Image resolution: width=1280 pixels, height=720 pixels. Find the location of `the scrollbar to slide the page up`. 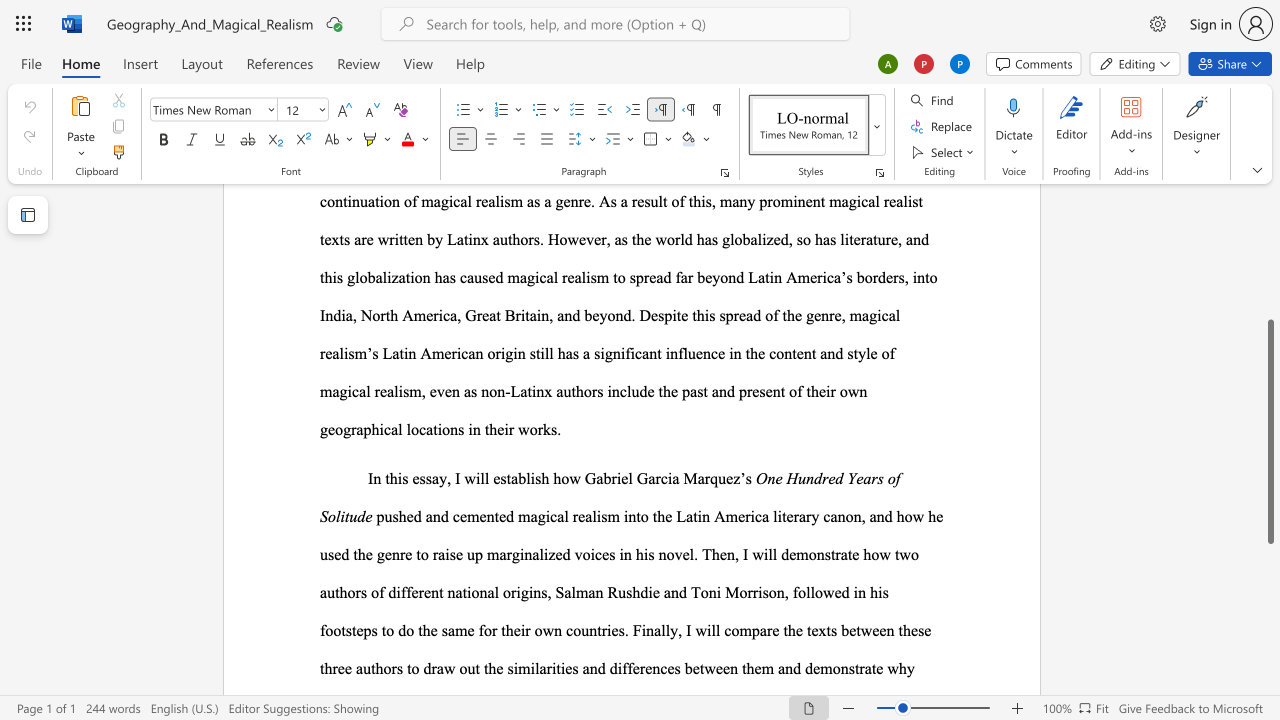

the scrollbar to slide the page up is located at coordinates (1269, 258).